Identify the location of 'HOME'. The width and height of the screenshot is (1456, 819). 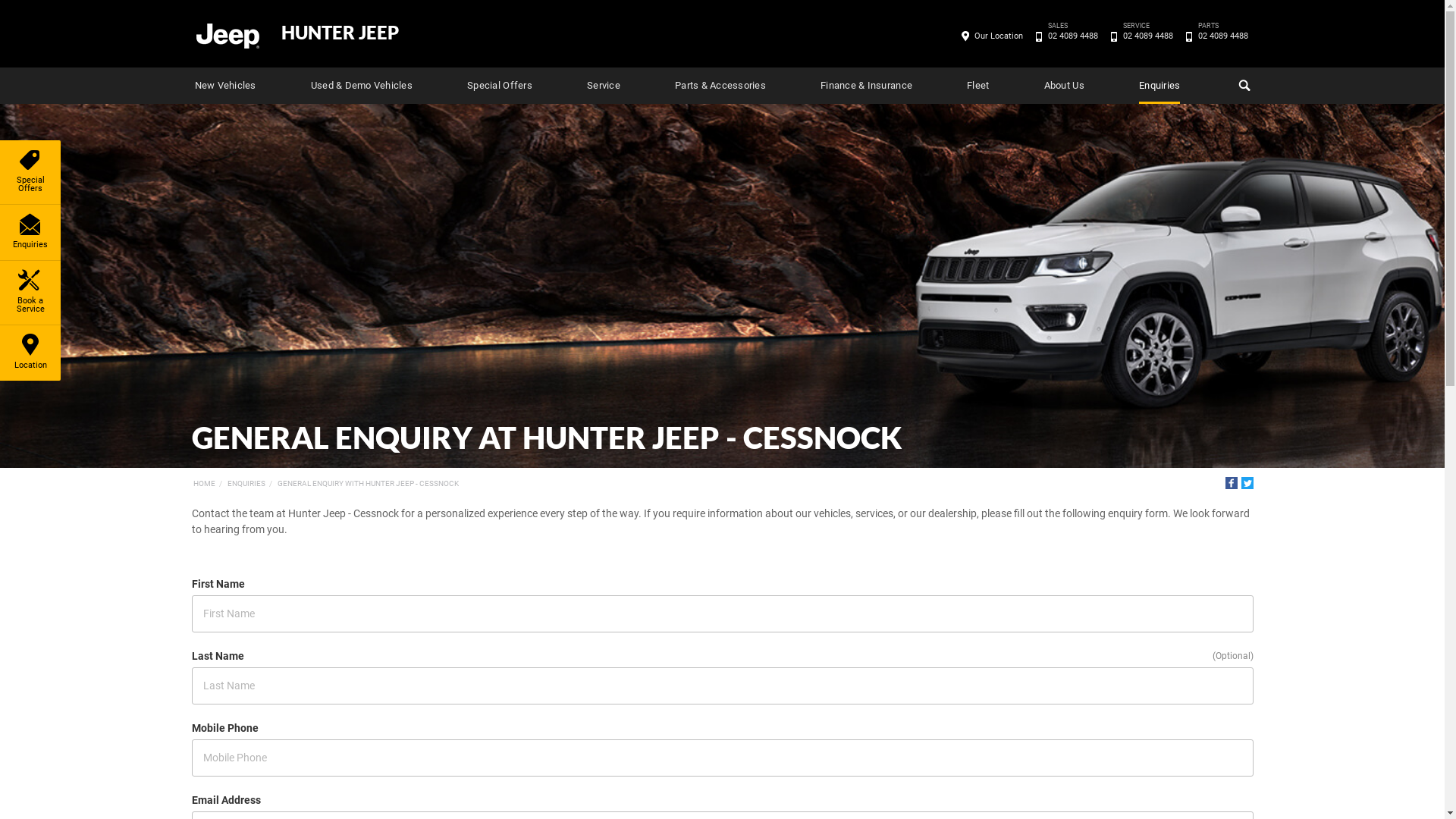
(202, 483).